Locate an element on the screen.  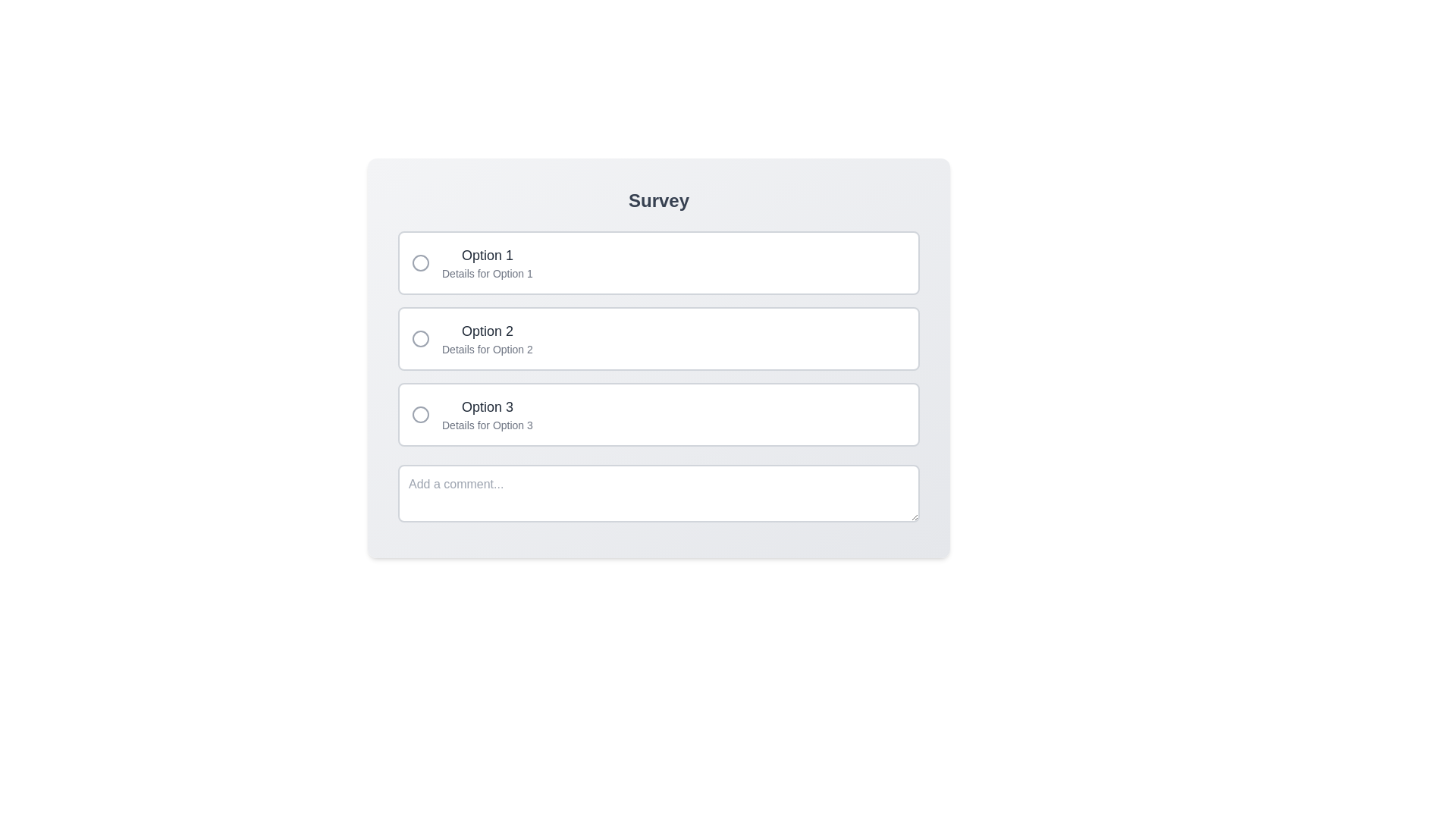
the radio button corresponding to 'Option 2' is located at coordinates (421, 338).